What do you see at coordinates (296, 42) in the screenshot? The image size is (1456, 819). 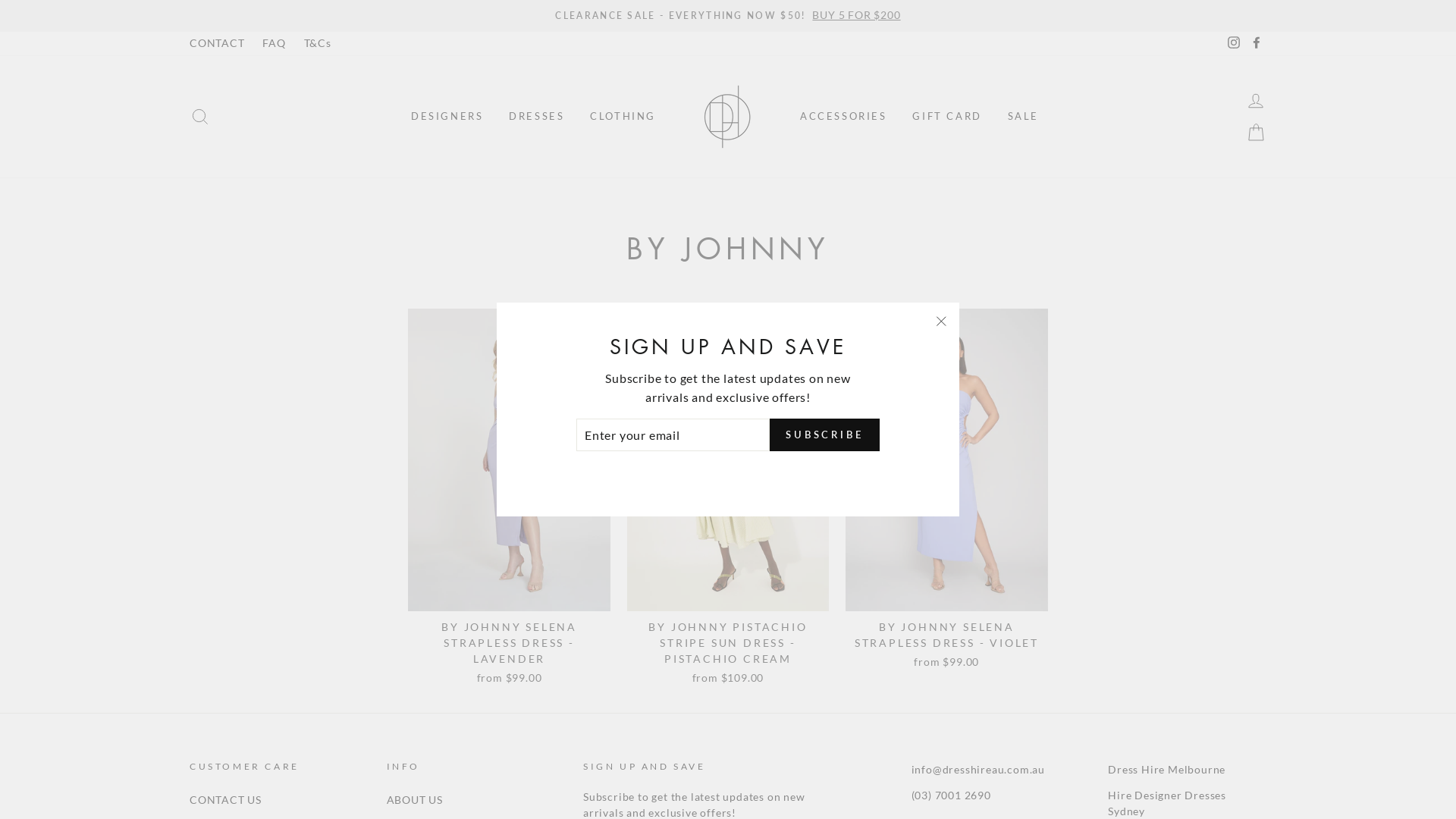 I see `'T&Cs'` at bounding box center [296, 42].